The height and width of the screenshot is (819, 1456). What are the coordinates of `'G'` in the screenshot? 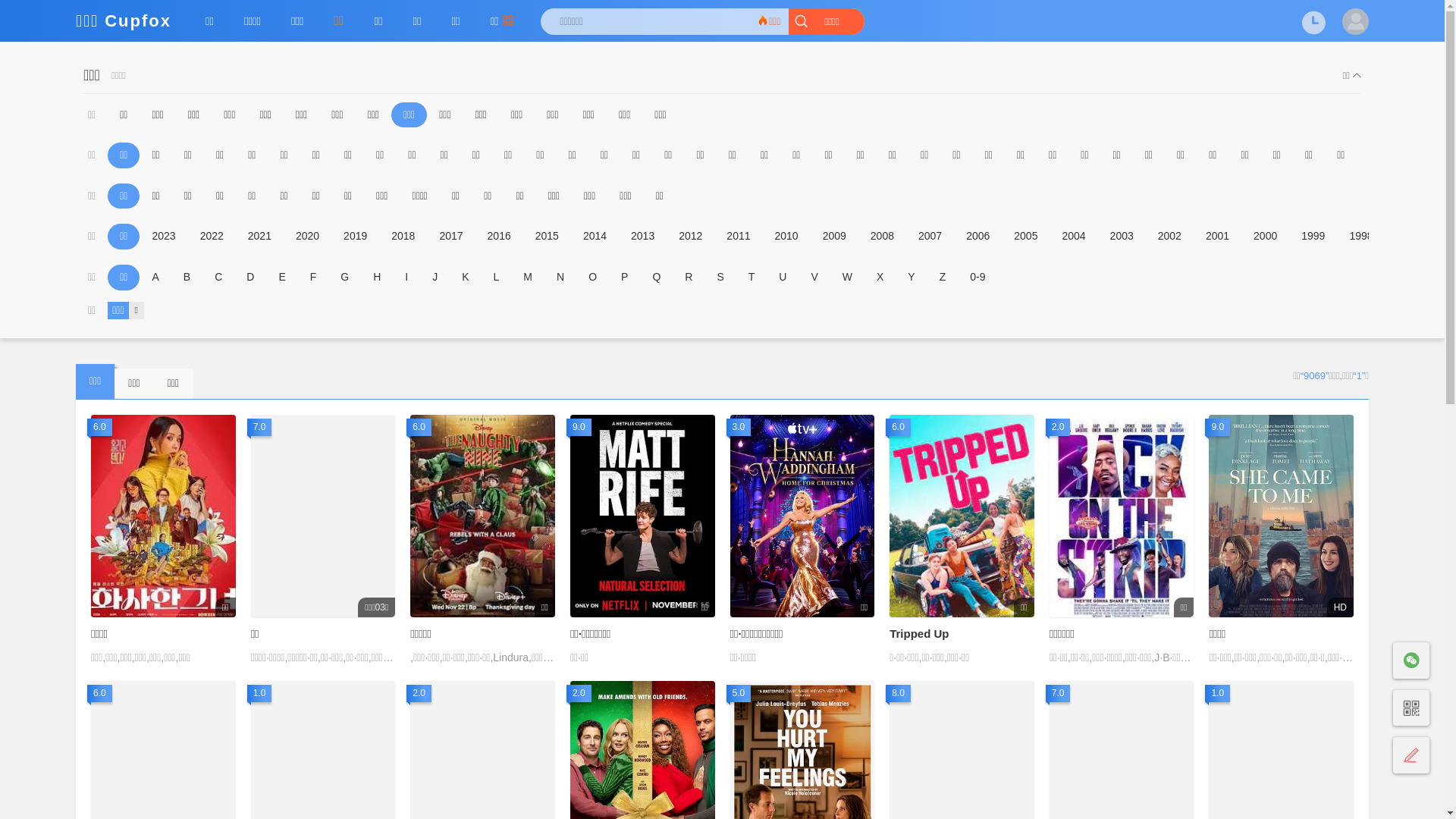 It's located at (344, 278).